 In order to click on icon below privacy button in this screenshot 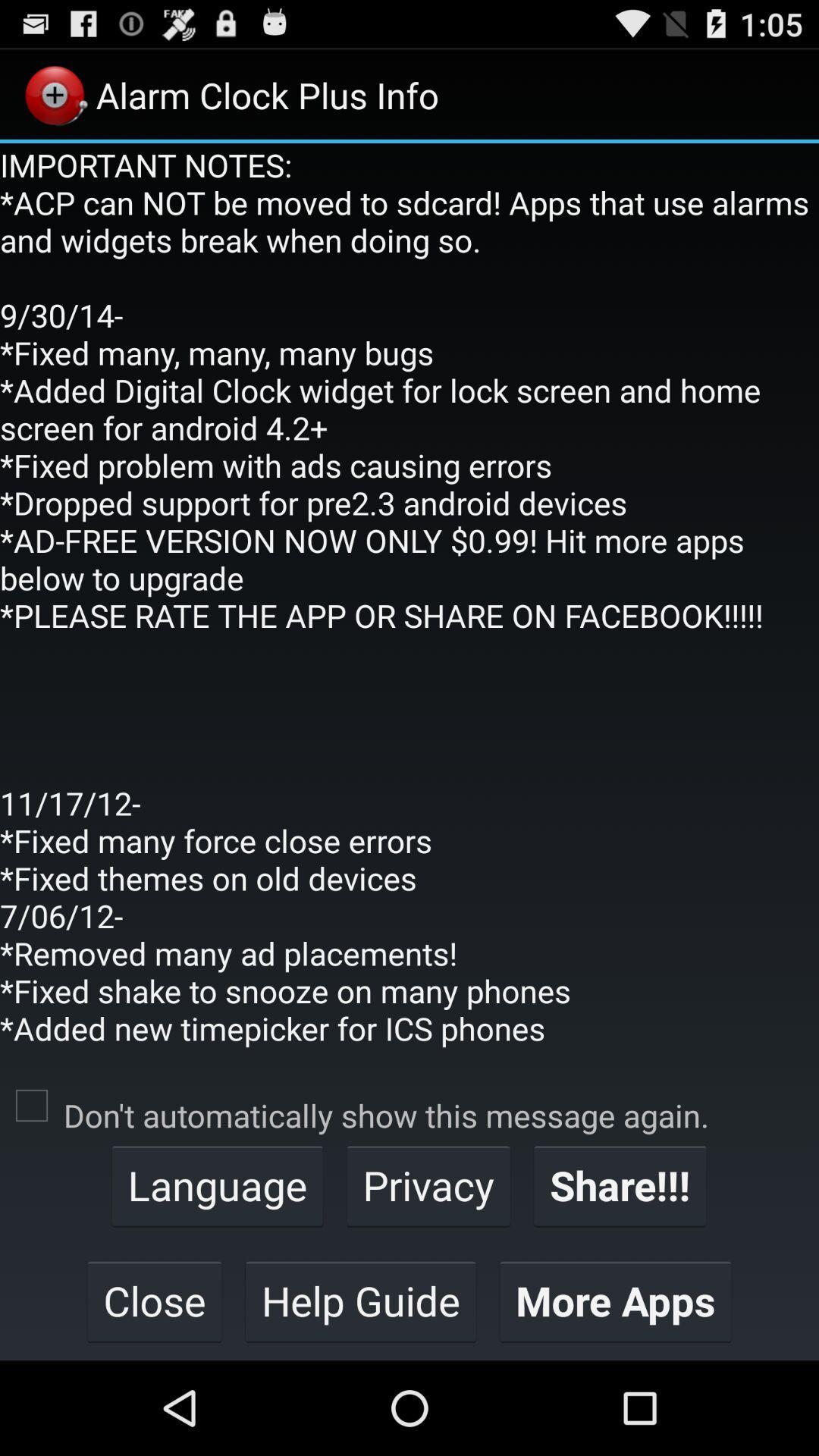, I will do `click(615, 1300)`.